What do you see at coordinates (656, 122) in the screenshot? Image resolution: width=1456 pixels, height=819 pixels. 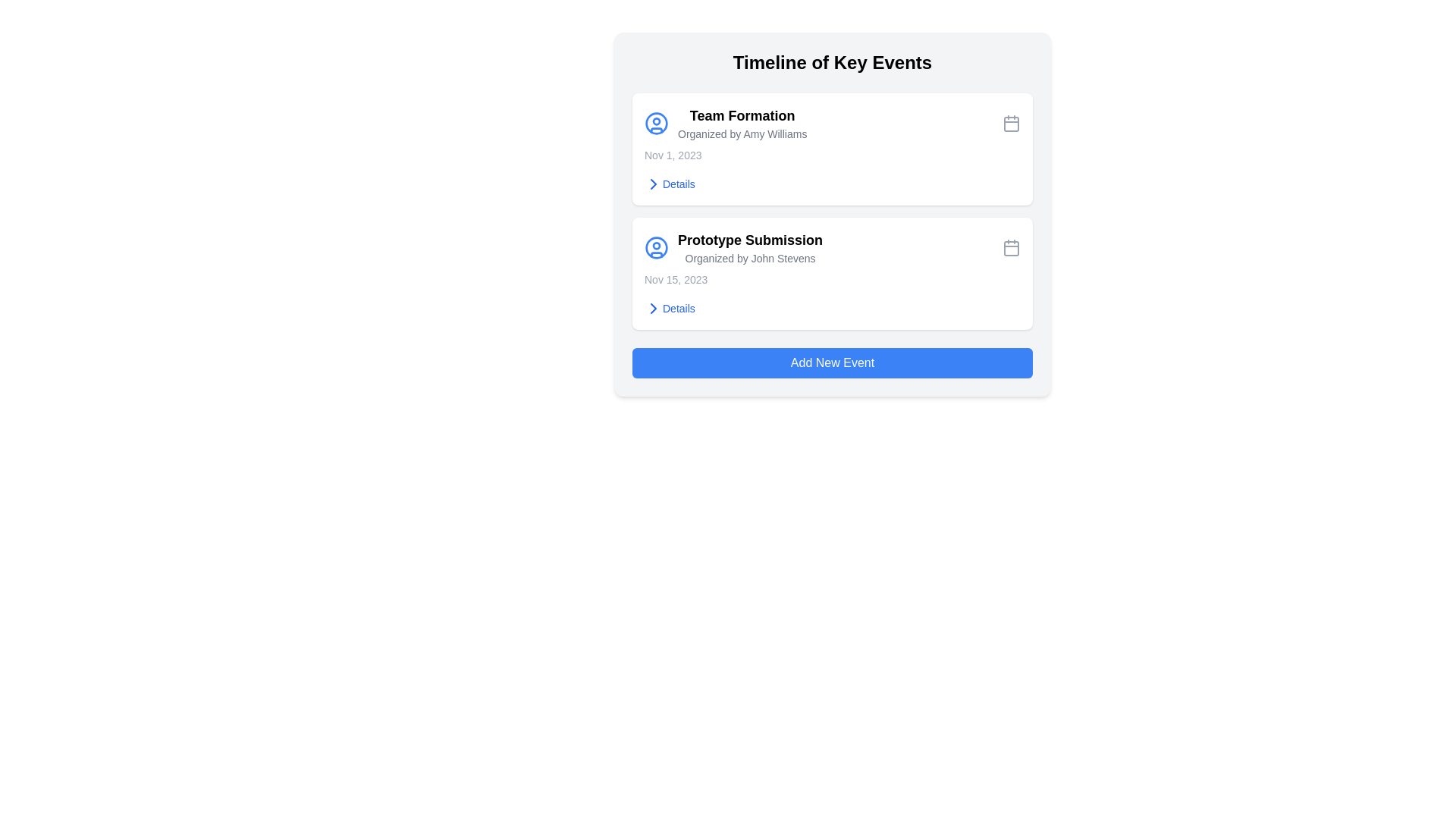 I see `the SVG circle graphical element representing a part of the user icon design located at the center of the blue user icon within the 'Prototype Submission' section of the timeline` at bounding box center [656, 122].